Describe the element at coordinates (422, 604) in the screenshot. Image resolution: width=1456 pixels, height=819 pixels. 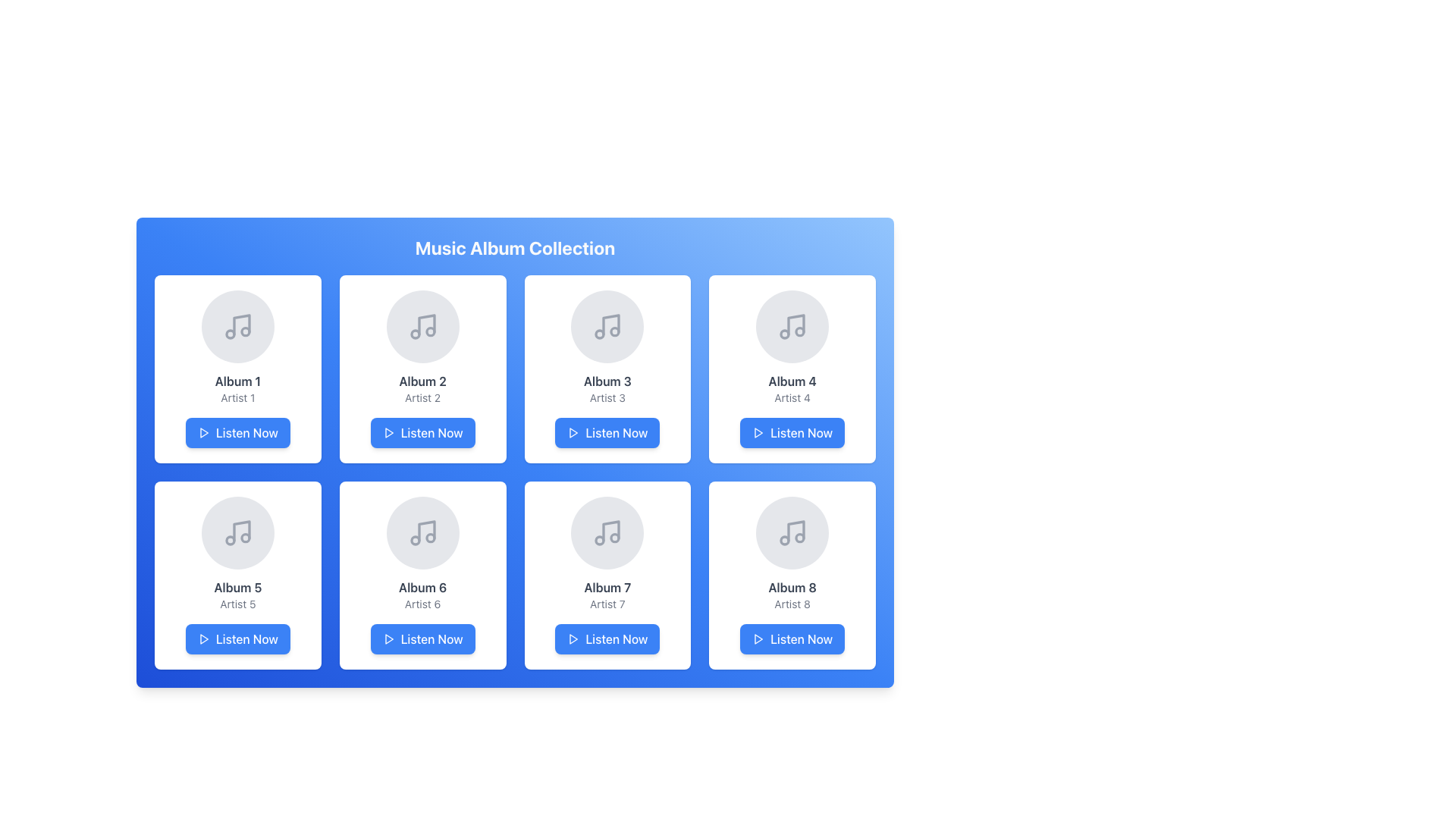
I see `the text label displaying the artist's name for 'Album 6', located in the sixth card of the music album grid, positioned below the 'Album 6' label and above the 'Listen Now' button` at that location.